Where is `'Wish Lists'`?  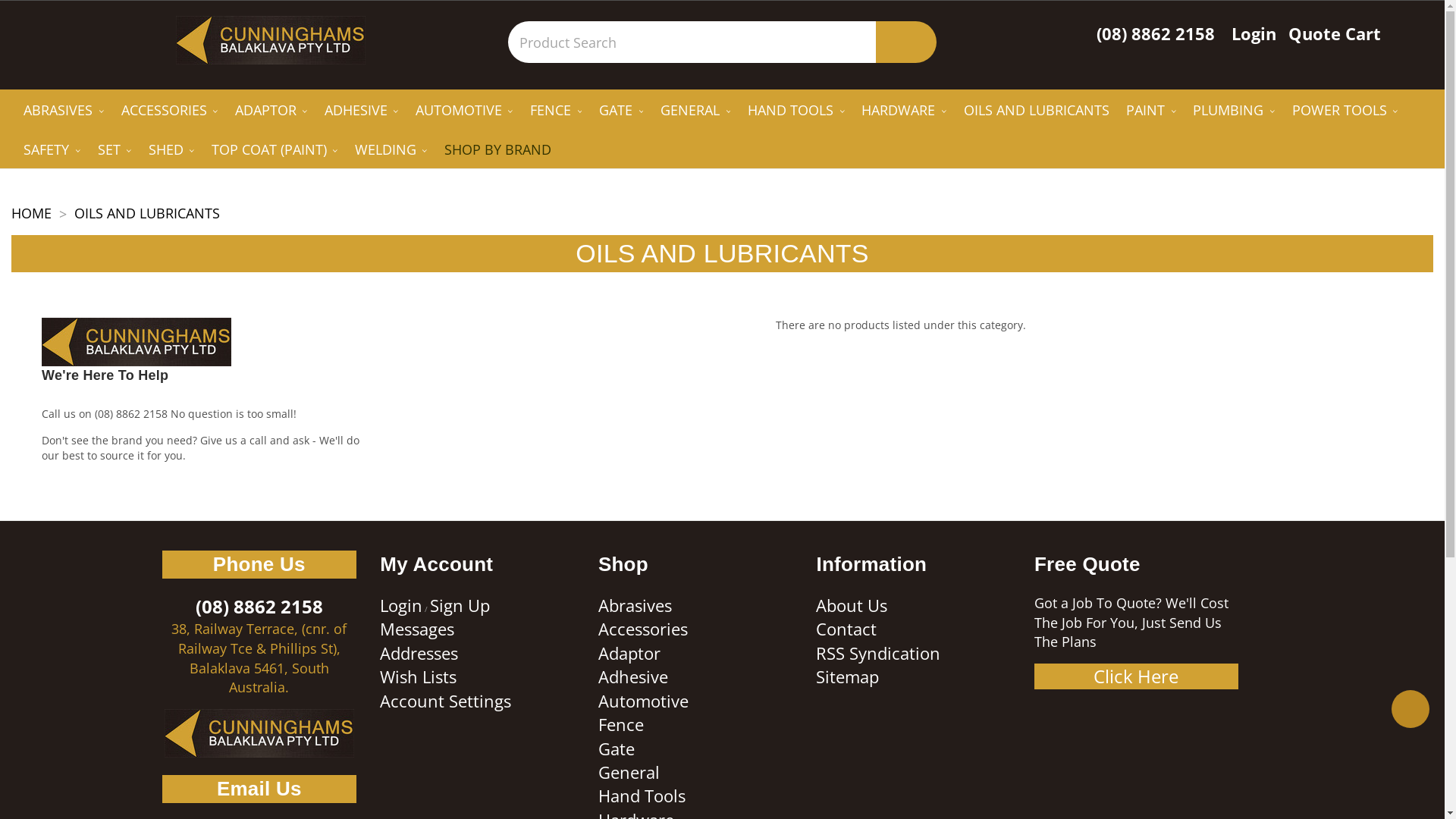 'Wish Lists' is located at coordinates (379, 675).